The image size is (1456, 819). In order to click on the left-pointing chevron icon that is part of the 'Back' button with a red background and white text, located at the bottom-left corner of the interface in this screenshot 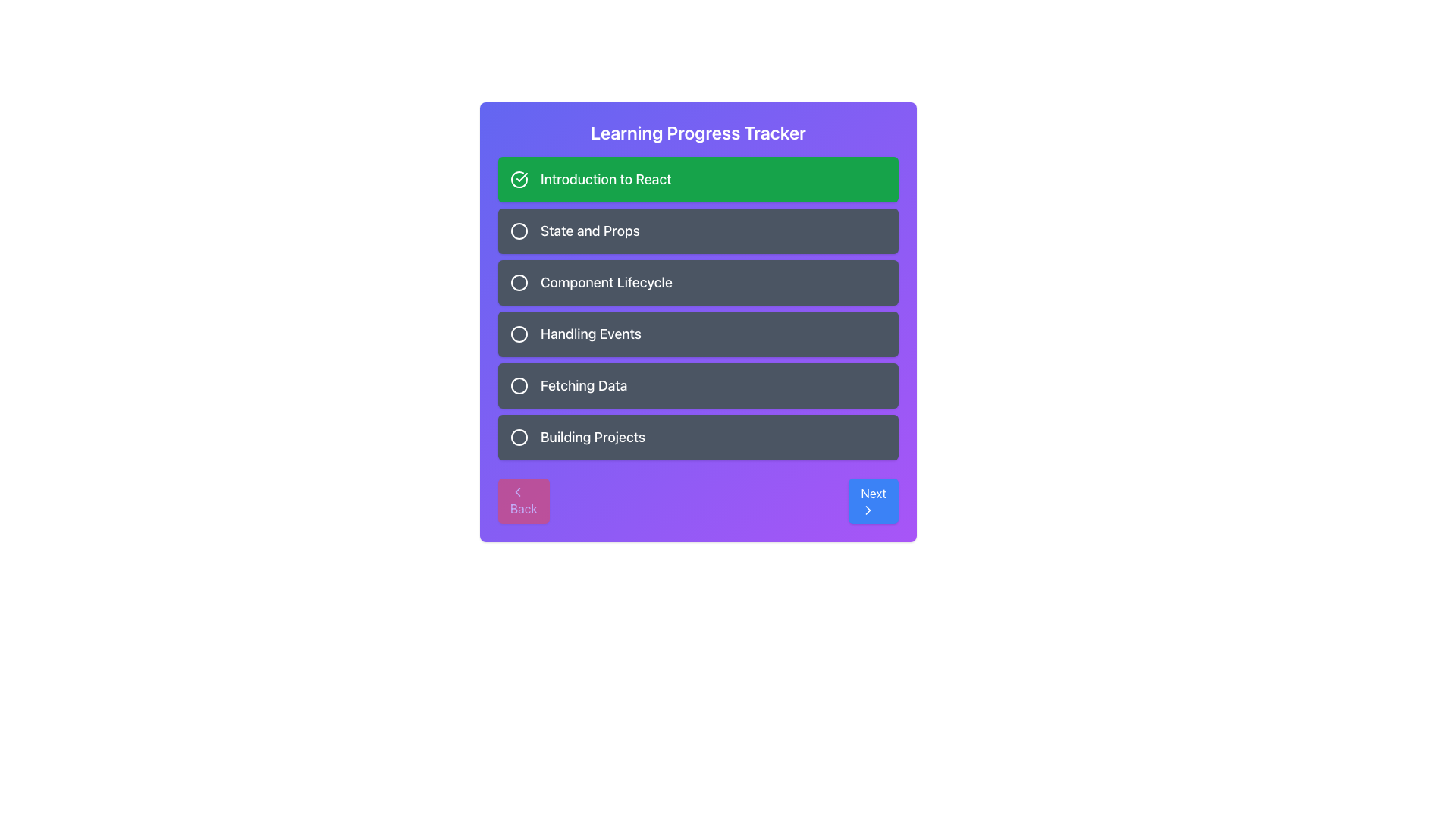, I will do `click(517, 491)`.